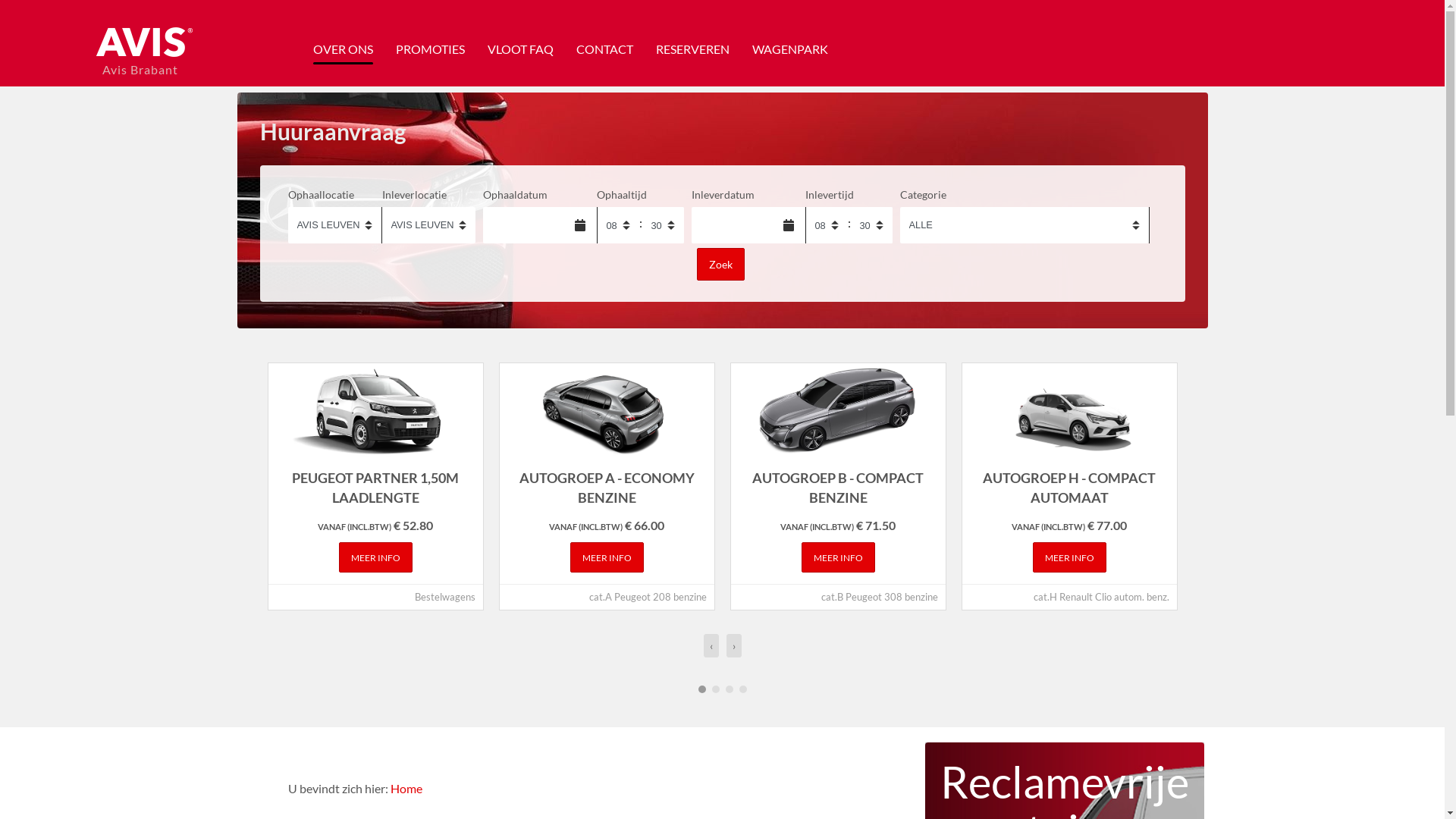  What do you see at coordinates (375, 557) in the screenshot?
I see `'MEER INFO'` at bounding box center [375, 557].